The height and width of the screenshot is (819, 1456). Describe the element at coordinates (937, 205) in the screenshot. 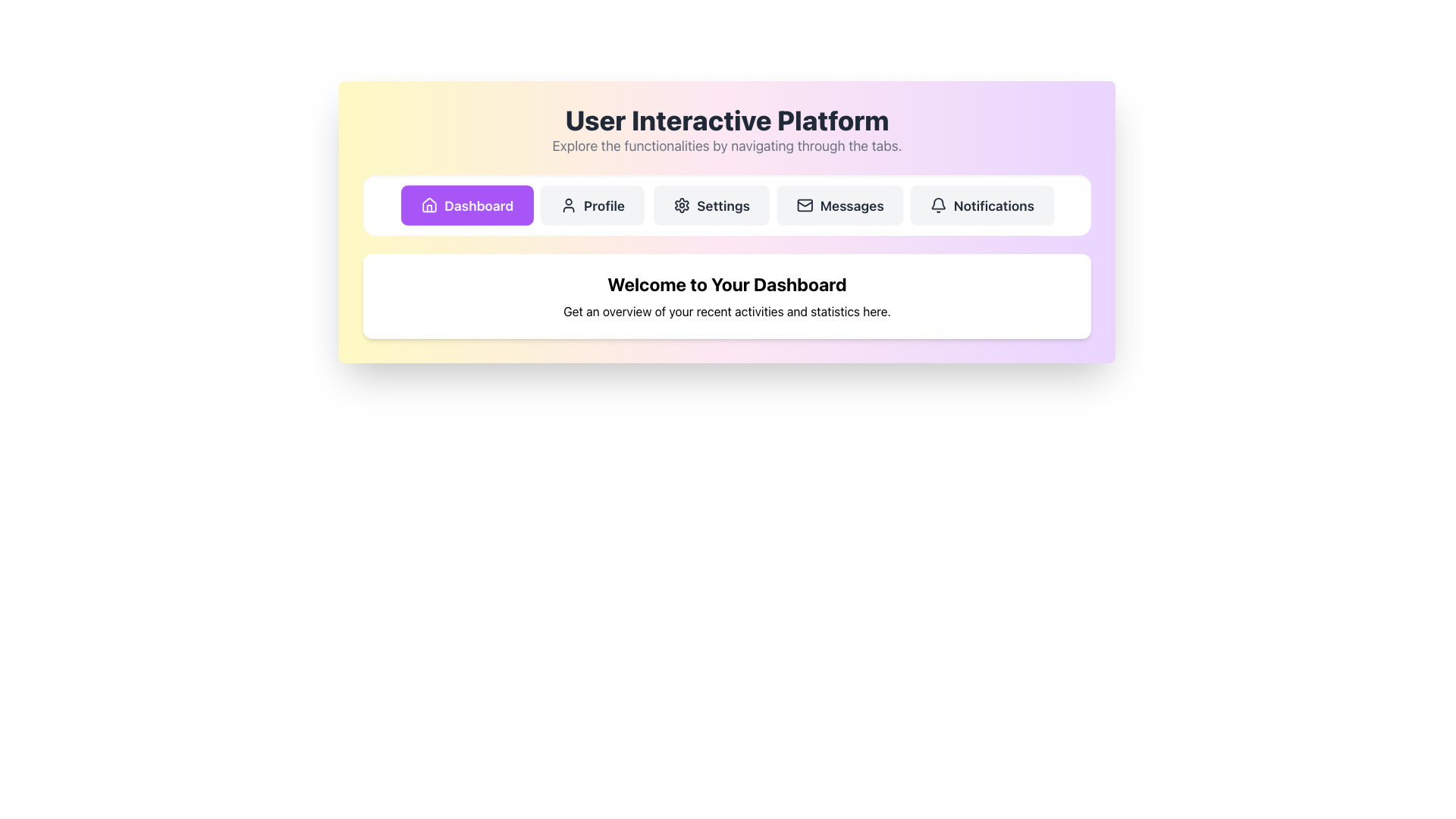

I see `the small bell-shaped icon styled with a modern minimalist design, outlined in dark gray, located in the 'Notifications' button at the far right of the row of navigational buttons` at that location.